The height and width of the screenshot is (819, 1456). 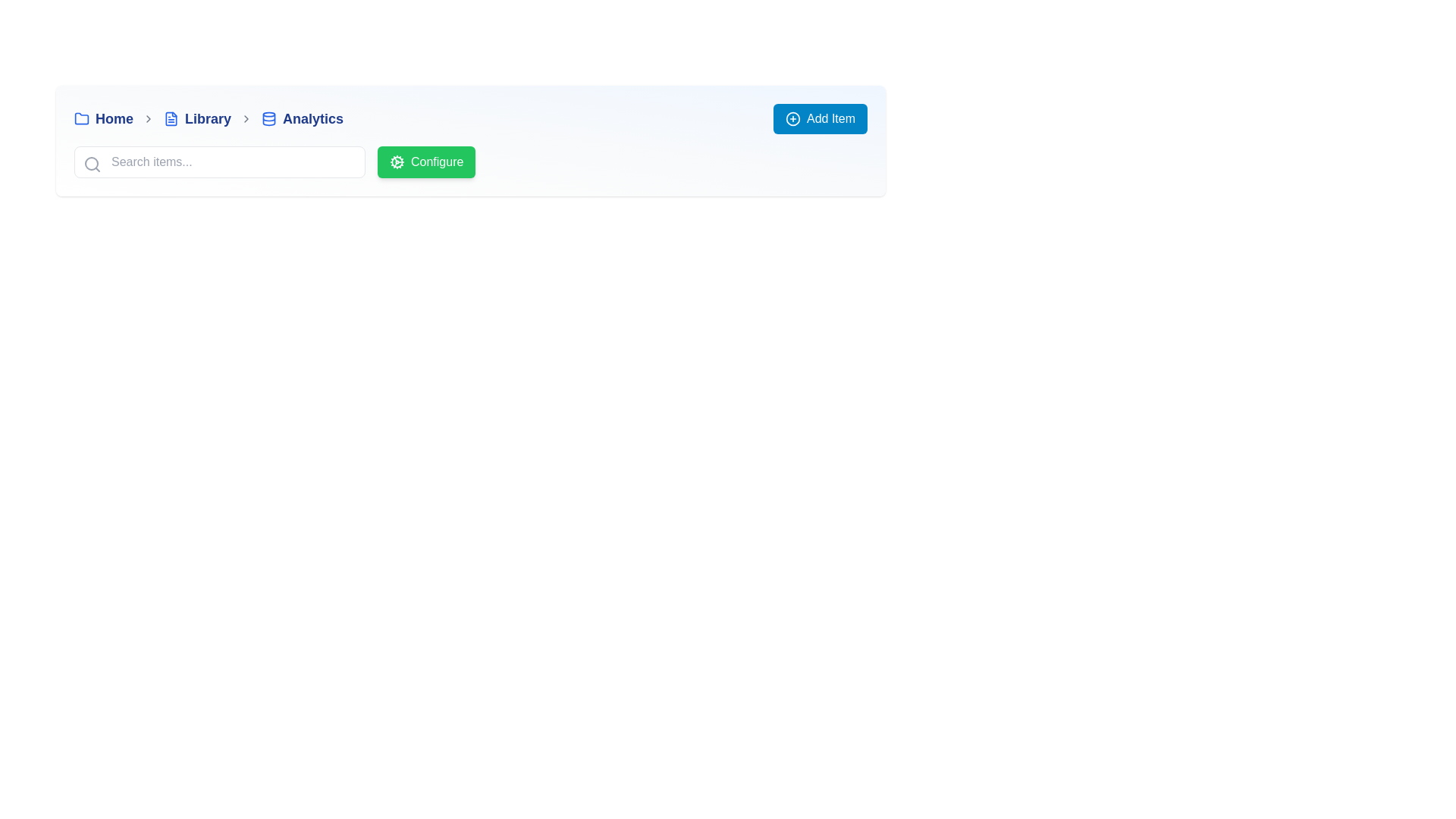 I want to click on the circular icon with a plus sign located to the left of the 'Add Item' button, which is positioned at the top-right corner of the interface, so click(x=792, y=118).